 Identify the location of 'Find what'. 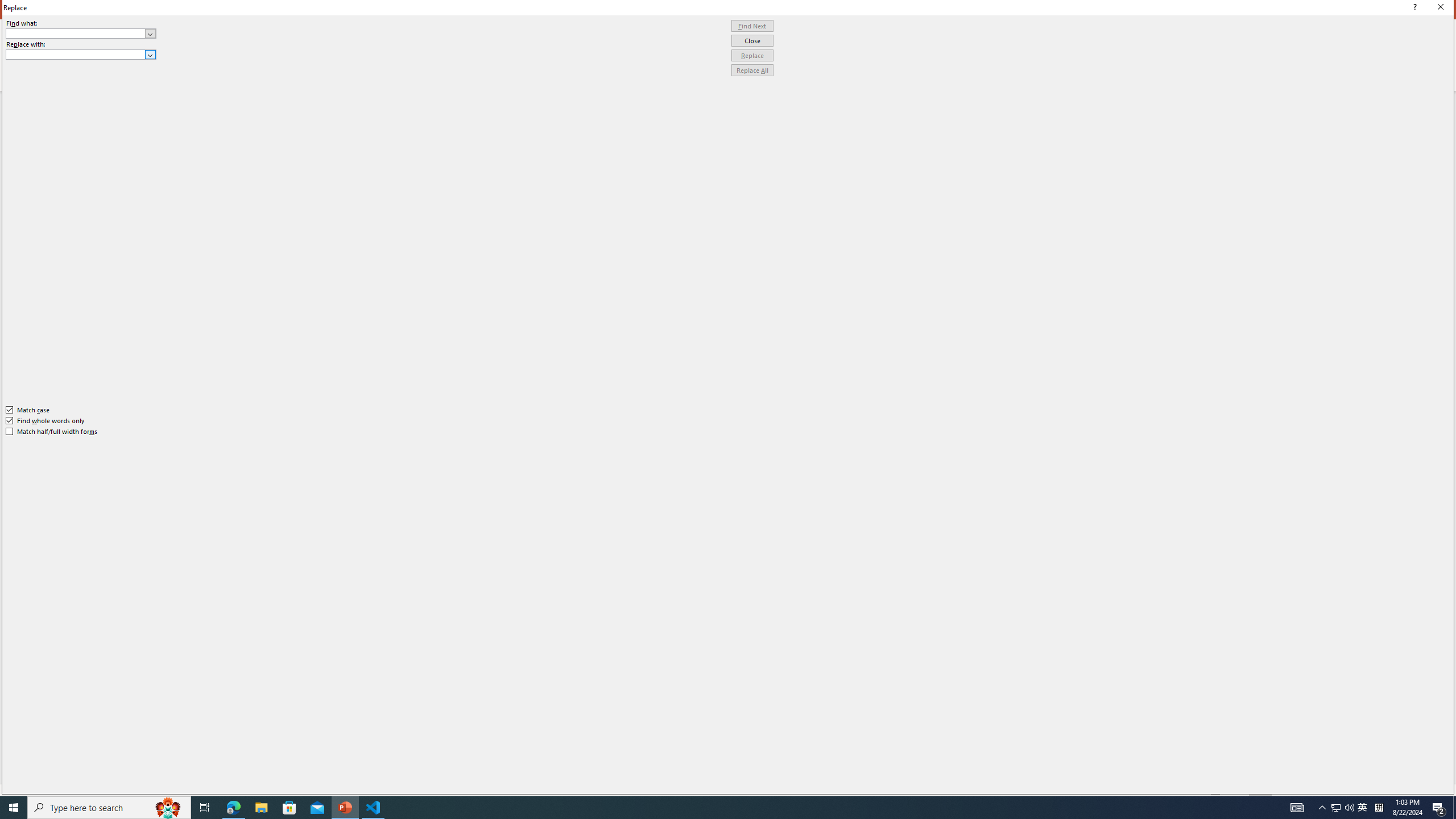
(81, 33).